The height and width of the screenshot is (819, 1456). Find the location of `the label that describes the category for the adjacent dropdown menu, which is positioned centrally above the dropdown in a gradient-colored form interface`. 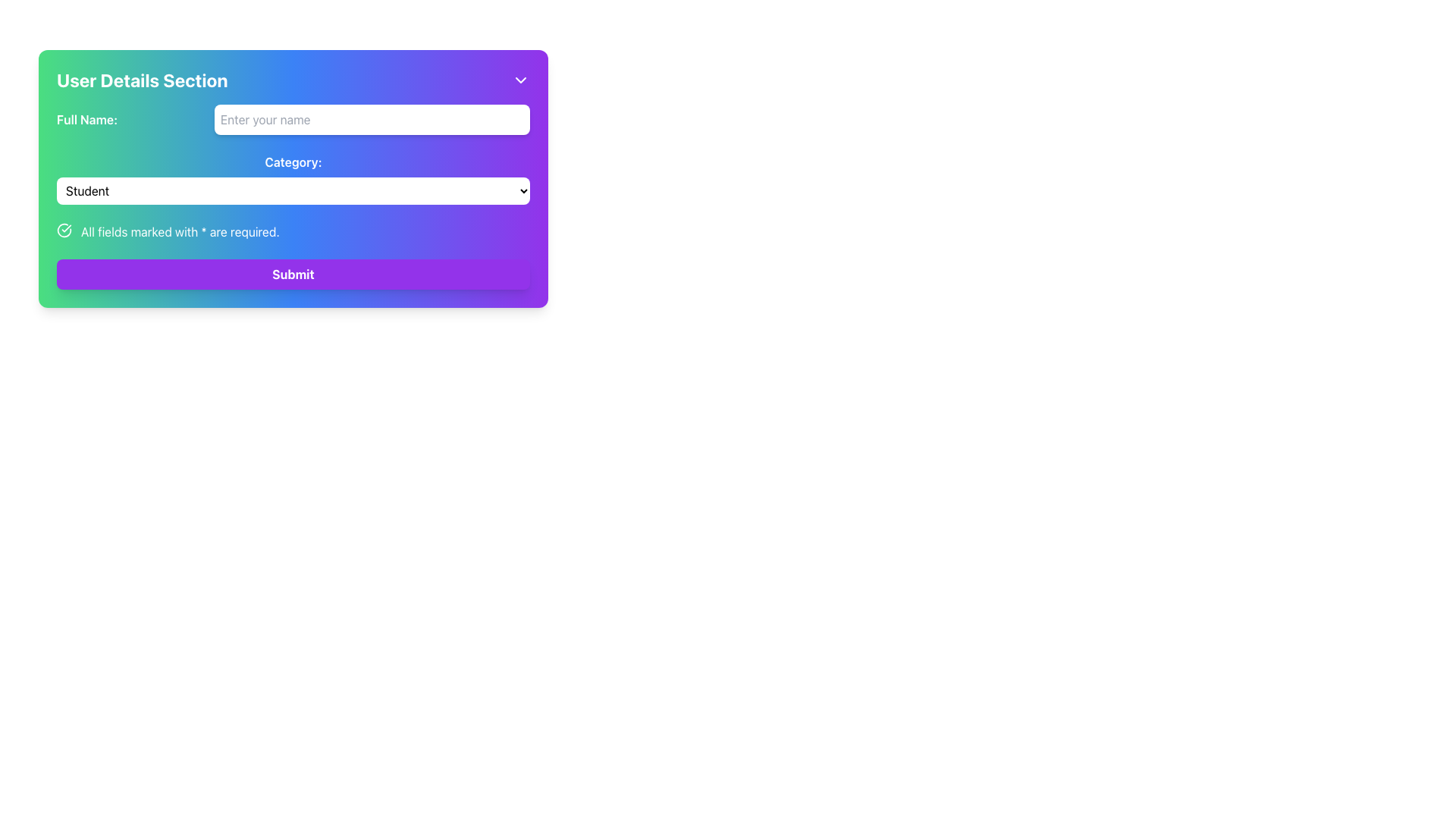

the label that describes the category for the adjacent dropdown menu, which is positioned centrally above the dropdown in a gradient-colored form interface is located at coordinates (293, 162).